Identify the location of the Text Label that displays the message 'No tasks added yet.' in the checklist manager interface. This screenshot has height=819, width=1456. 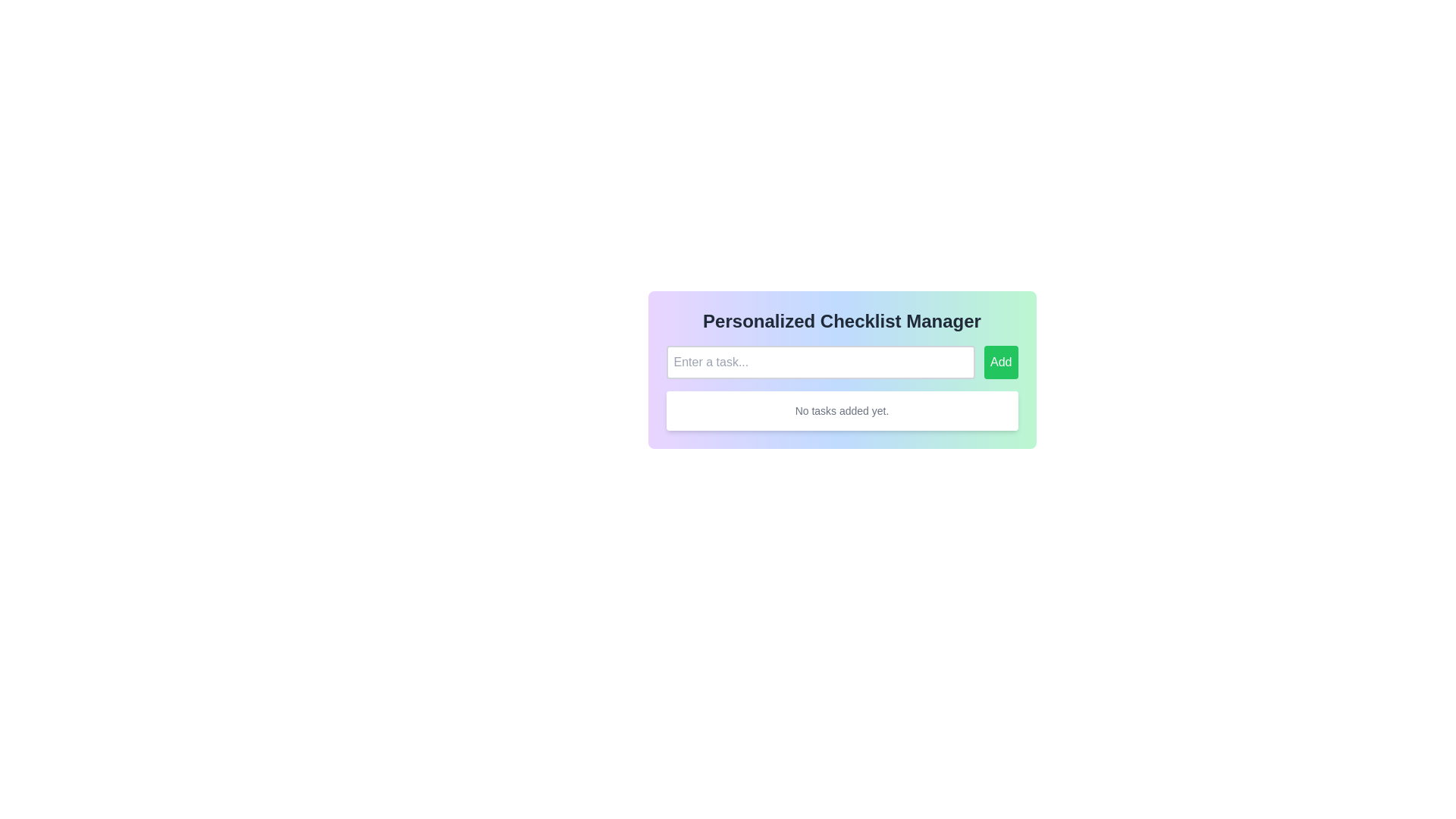
(841, 411).